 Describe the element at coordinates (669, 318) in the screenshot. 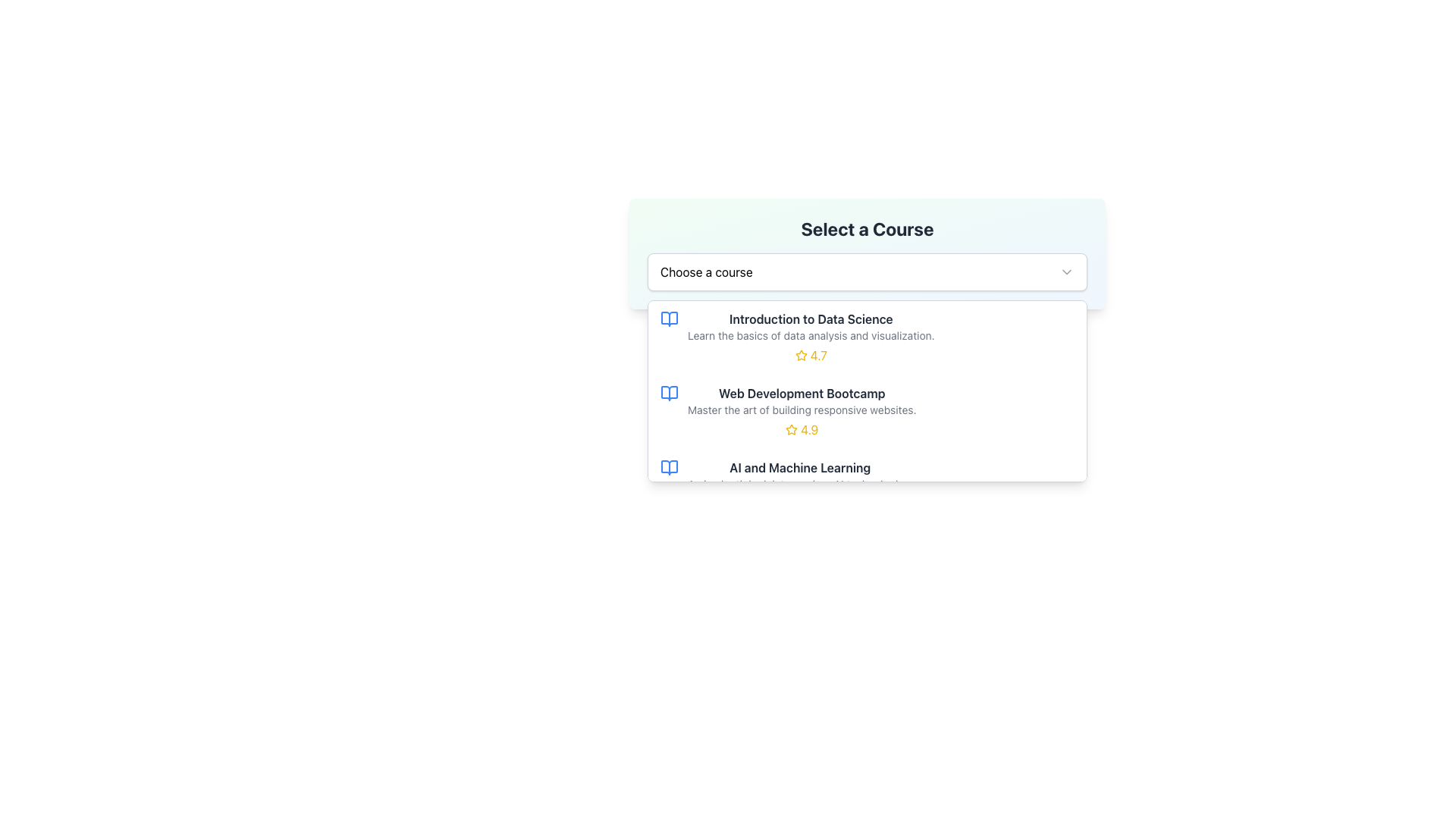

I see `the decorative icon for the 'Introduction to Data Science' course, which is the first visual element in its listing` at that location.